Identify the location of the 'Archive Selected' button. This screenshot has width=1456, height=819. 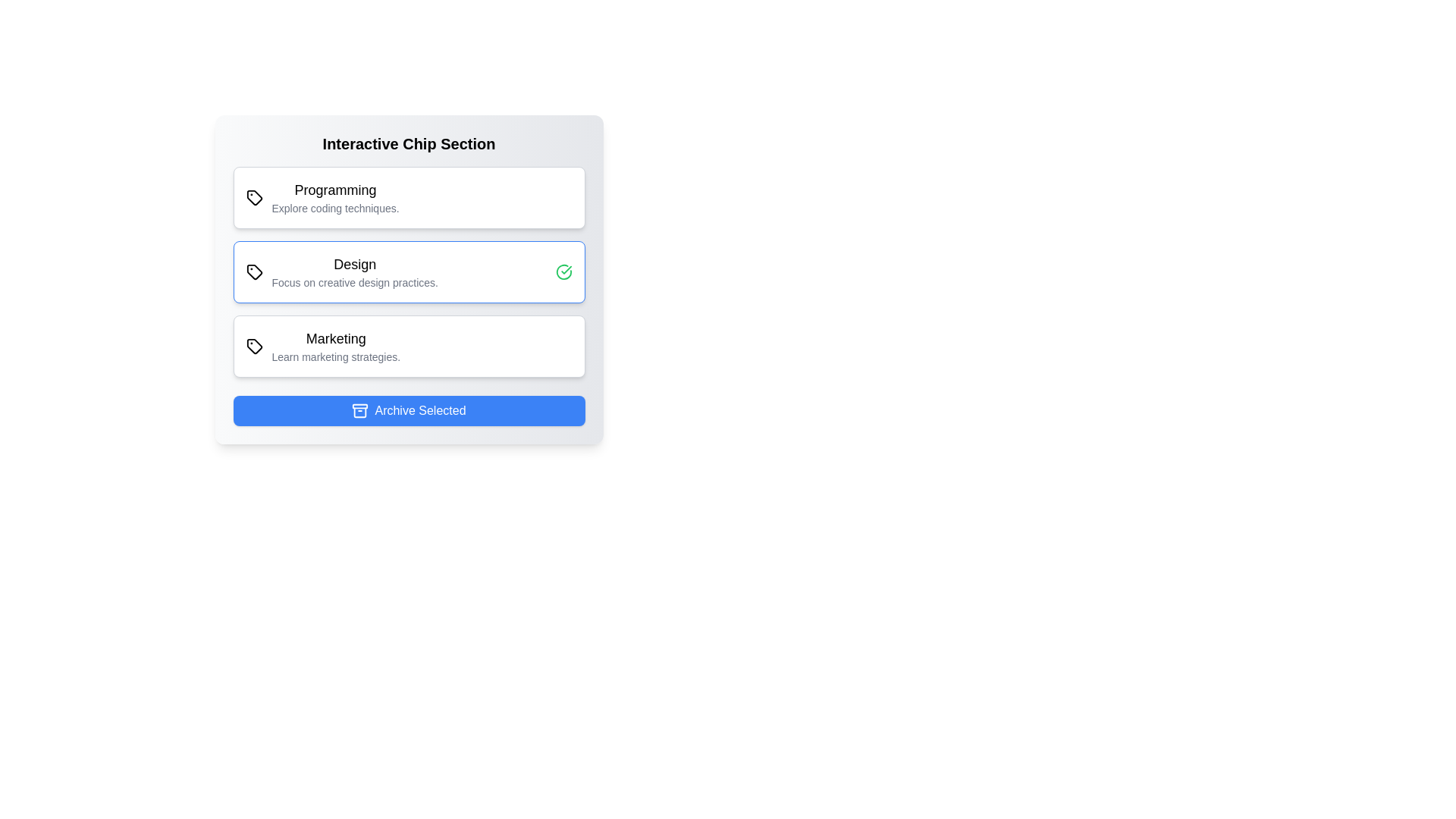
(409, 411).